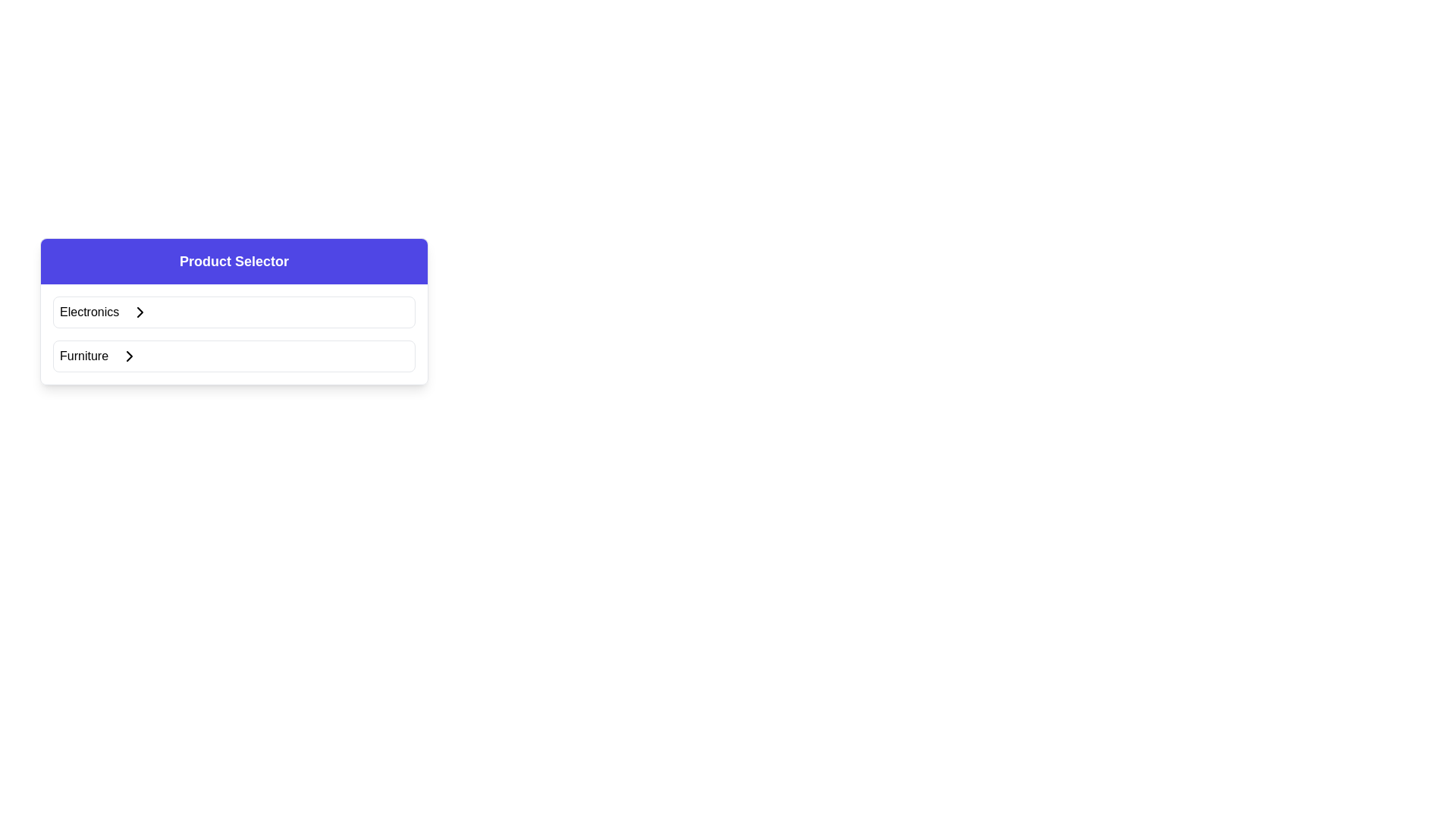  What do you see at coordinates (233, 356) in the screenshot?
I see `the selectable navigation option for 'Furniture' located below 'Electronics' in the 'Product Selector' list` at bounding box center [233, 356].